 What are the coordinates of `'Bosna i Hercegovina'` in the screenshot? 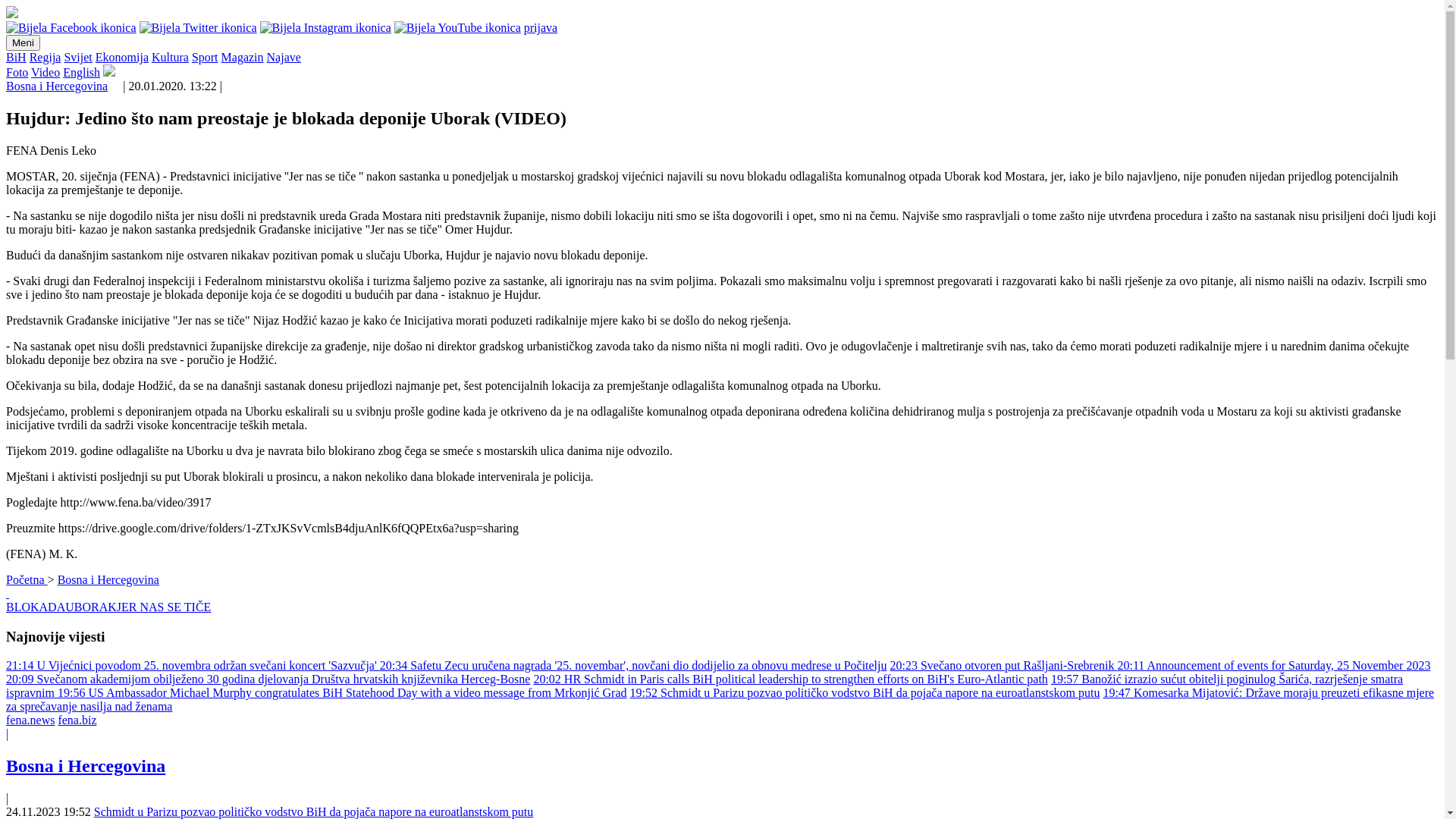 It's located at (108, 579).